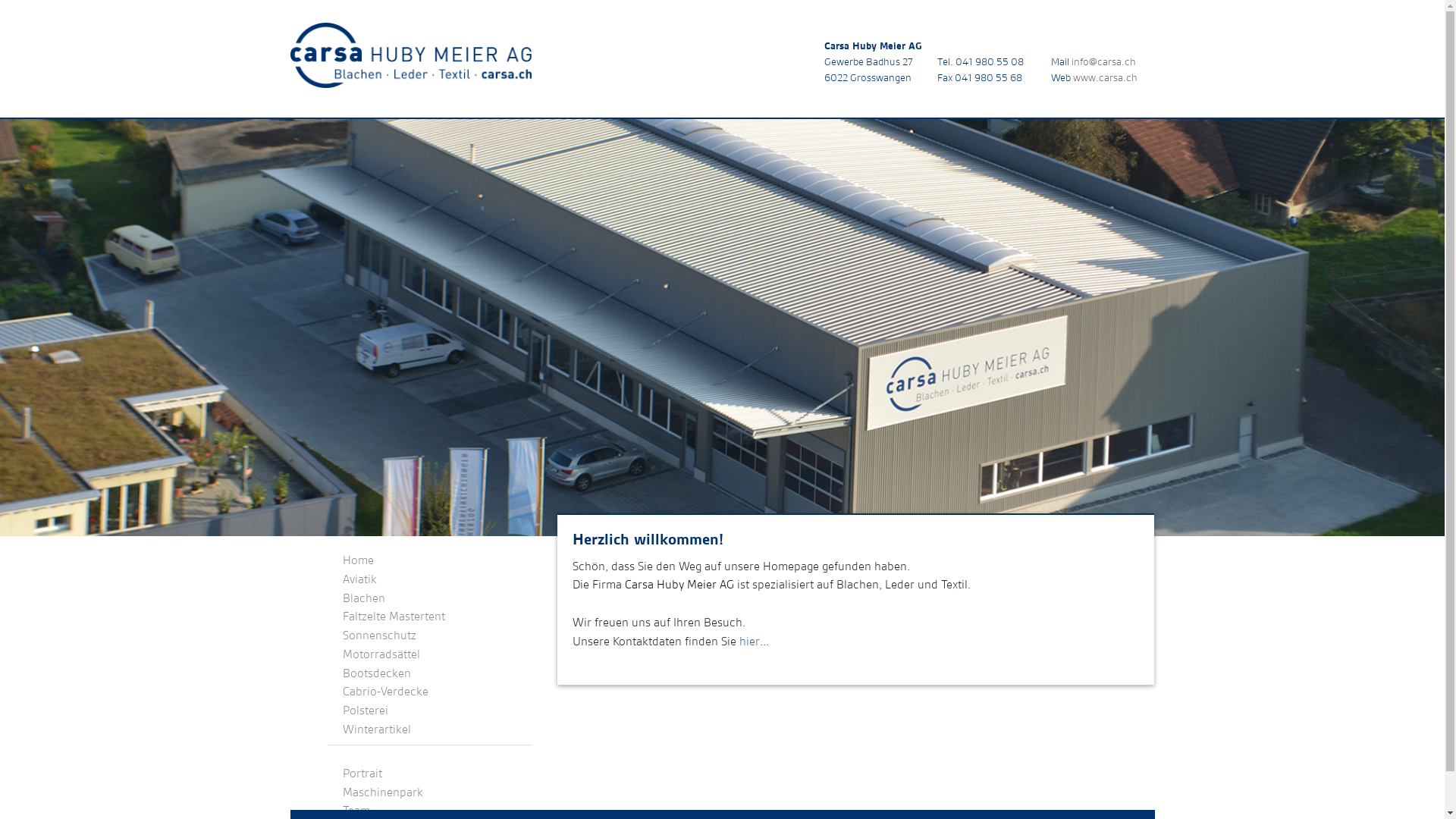  Describe the element at coordinates (359, 579) in the screenshot. I see `'Aviatik'` at that location.